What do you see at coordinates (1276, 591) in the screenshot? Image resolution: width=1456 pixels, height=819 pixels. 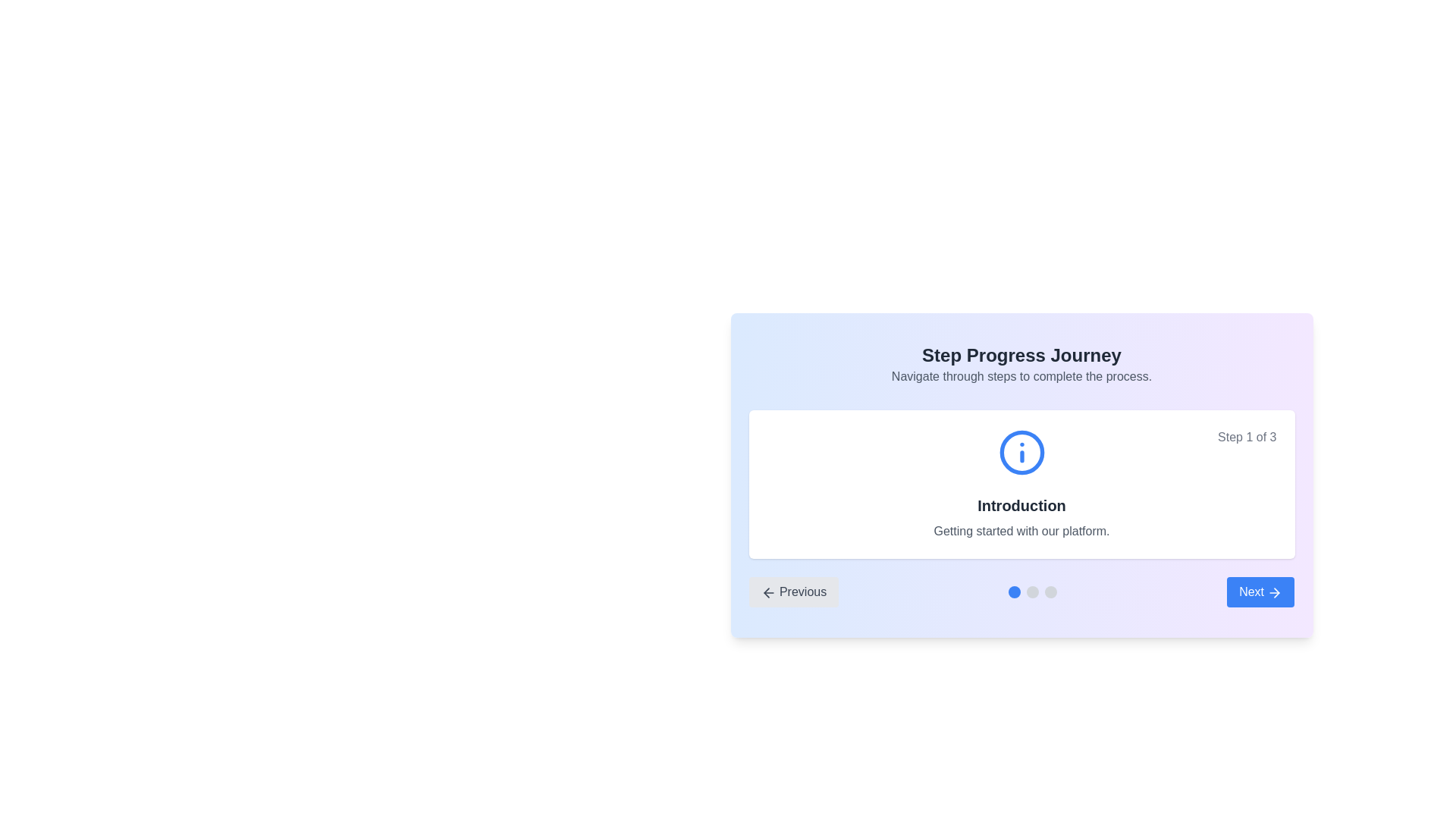 I see `the small right-pointing chevron icon within the 'Next' button located at the bottom-right corner of the step-progress interface` at bounding box center [1276, 591].